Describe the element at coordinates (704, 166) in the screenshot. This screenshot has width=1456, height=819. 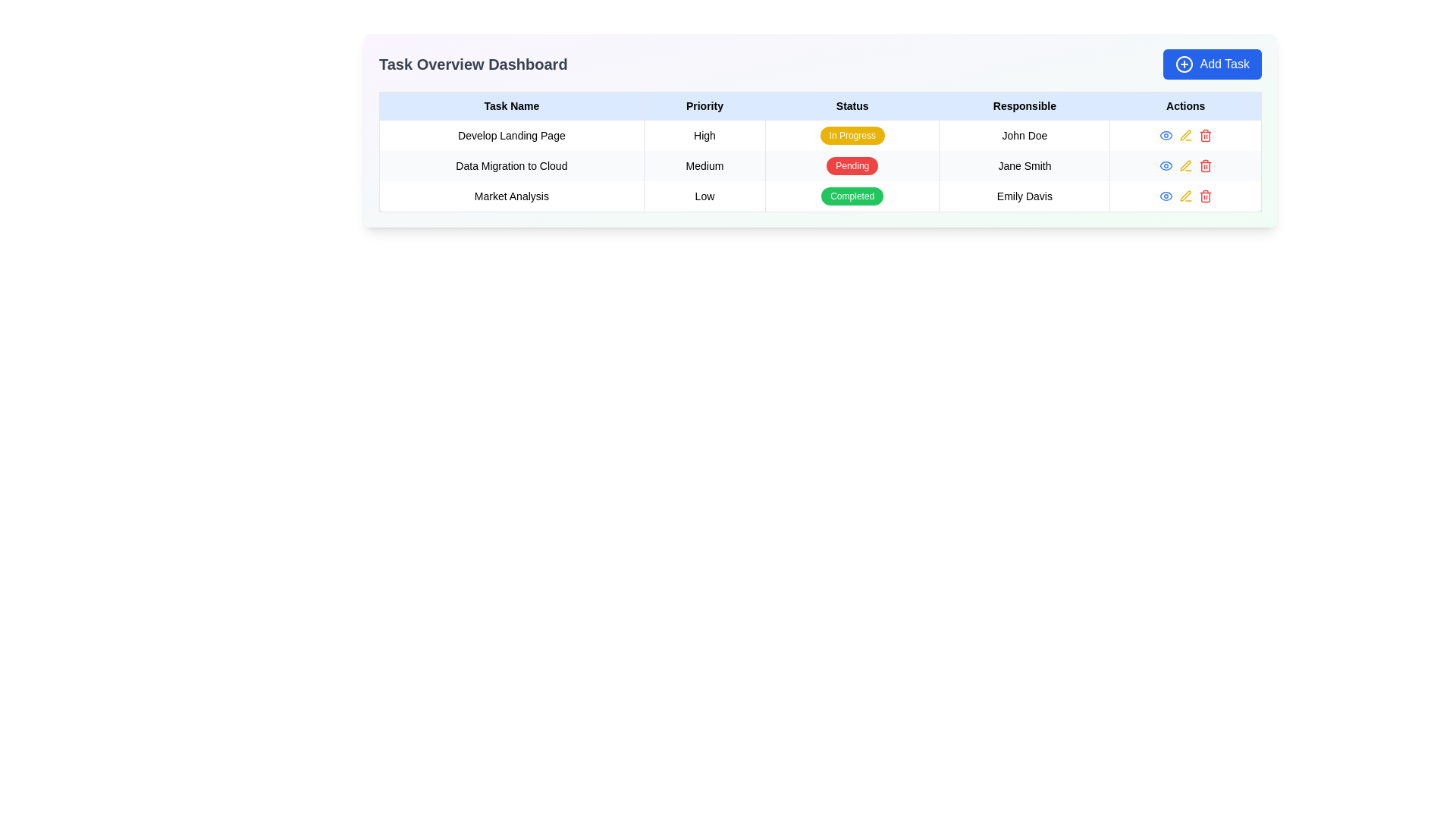
I see `the static display text label indicating the priority of the task 'Data Migration to Cloud', located in the second column of its row` at that location.